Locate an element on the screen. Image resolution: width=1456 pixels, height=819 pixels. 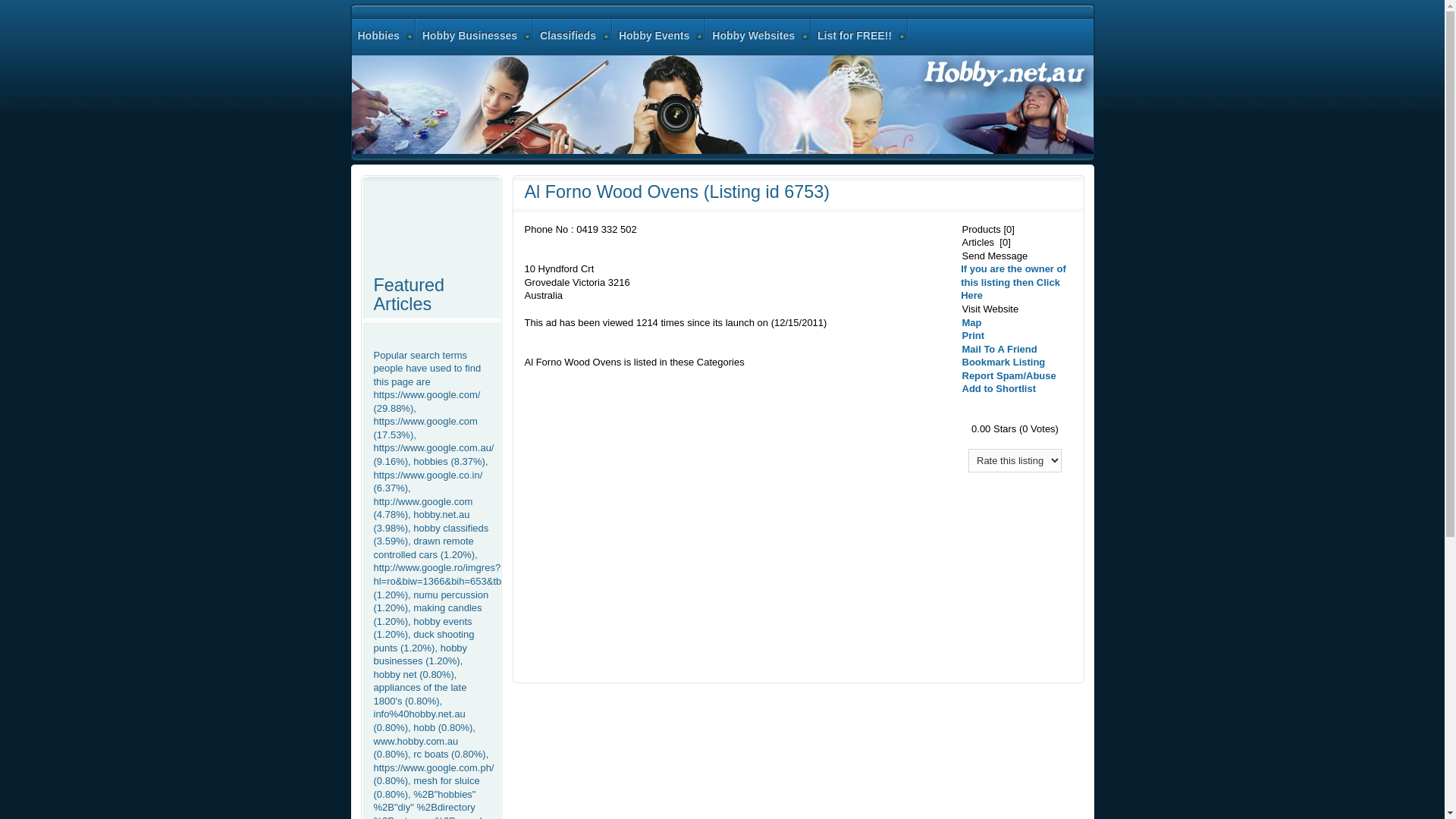
'Hobby Businesses' is located at coordinates (474, 36).